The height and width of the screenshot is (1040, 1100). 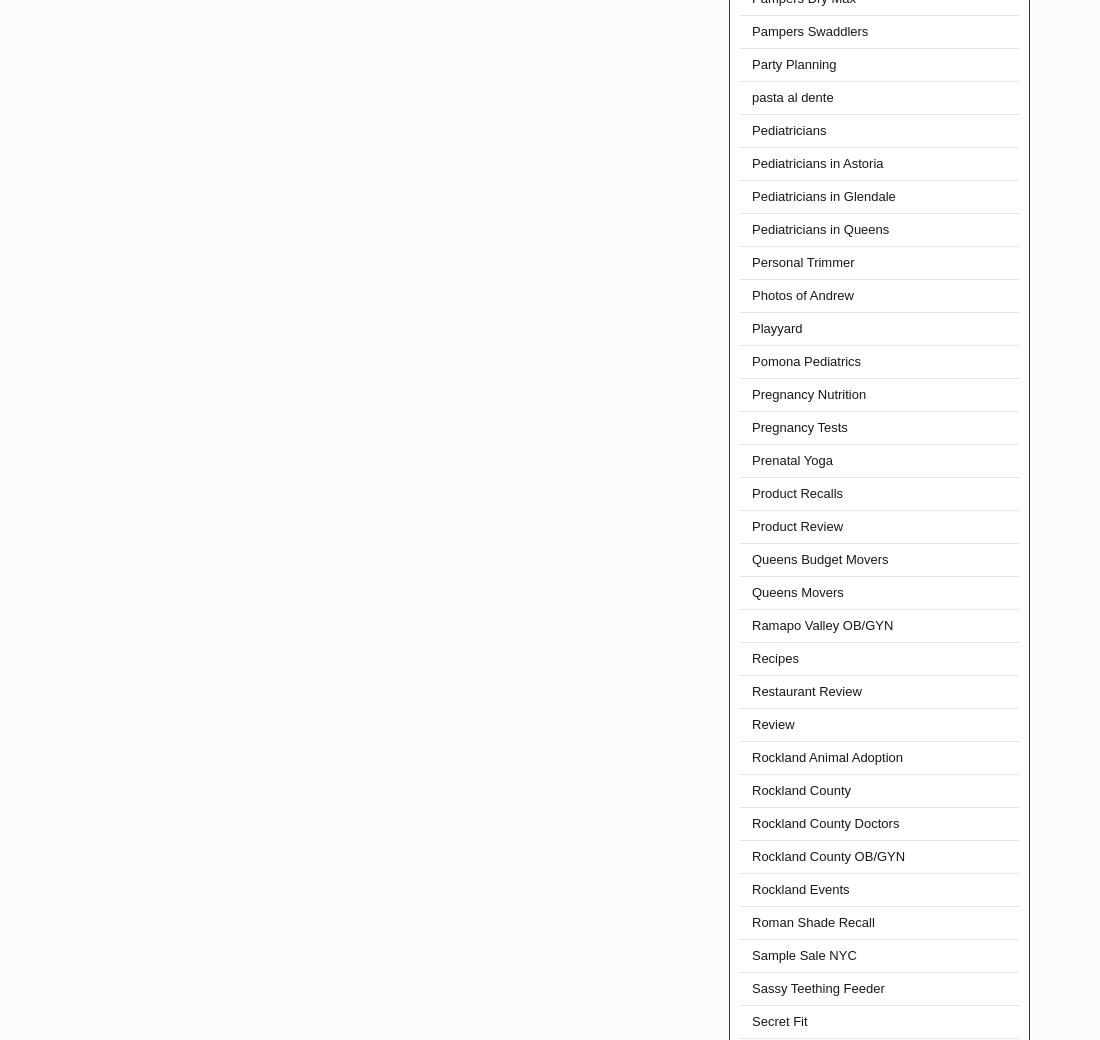 I want to click on 'Photos of Andrew', so click(x=802, y=294).